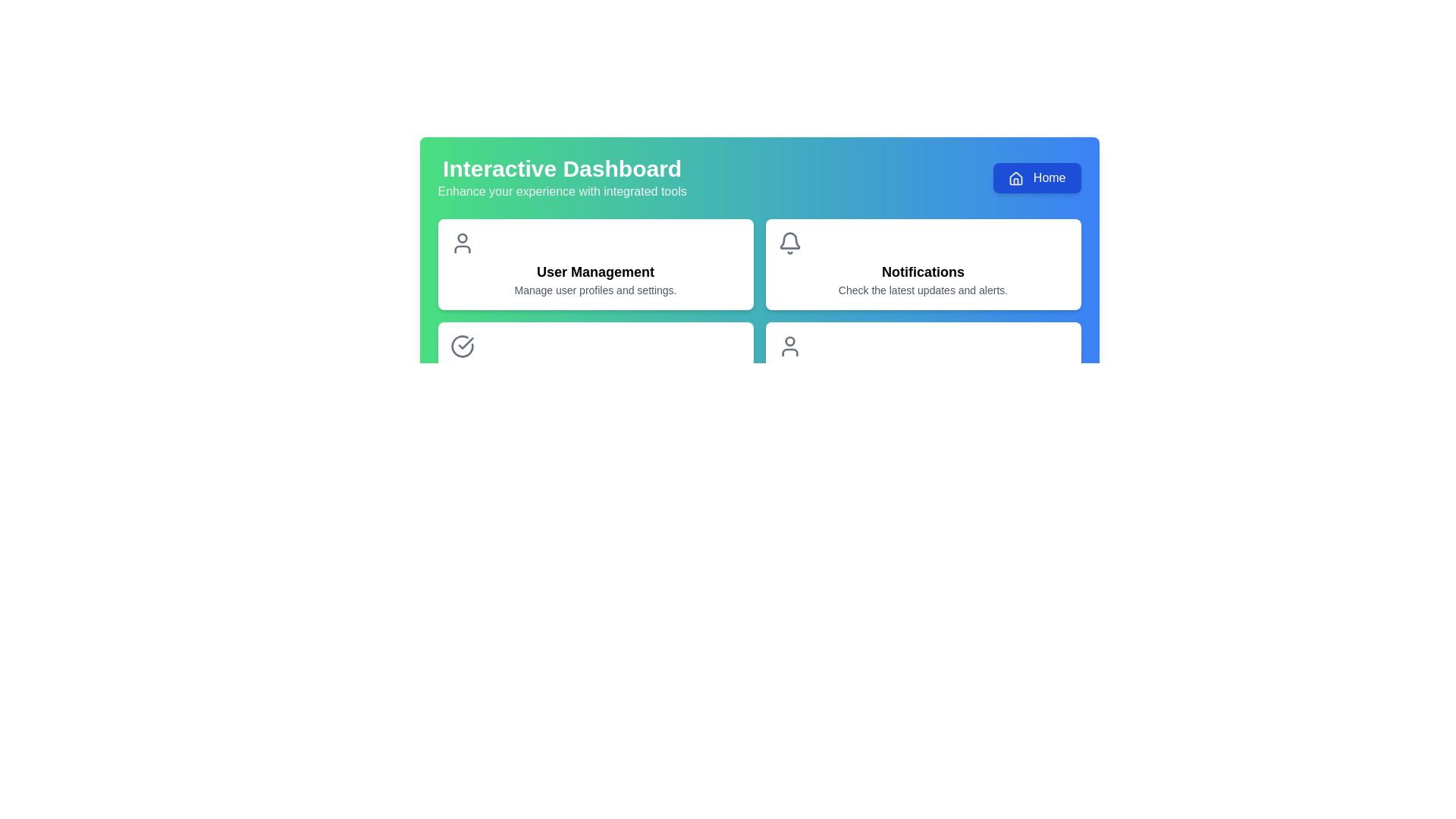 The image size is (1456, 819). What do you see at coordinates (922, 290) in the screenshot?
I see `the descriptive text label beneath the 'Notifications' title in the upper-right quadrant of the interface` at bounding box center [922, 290].